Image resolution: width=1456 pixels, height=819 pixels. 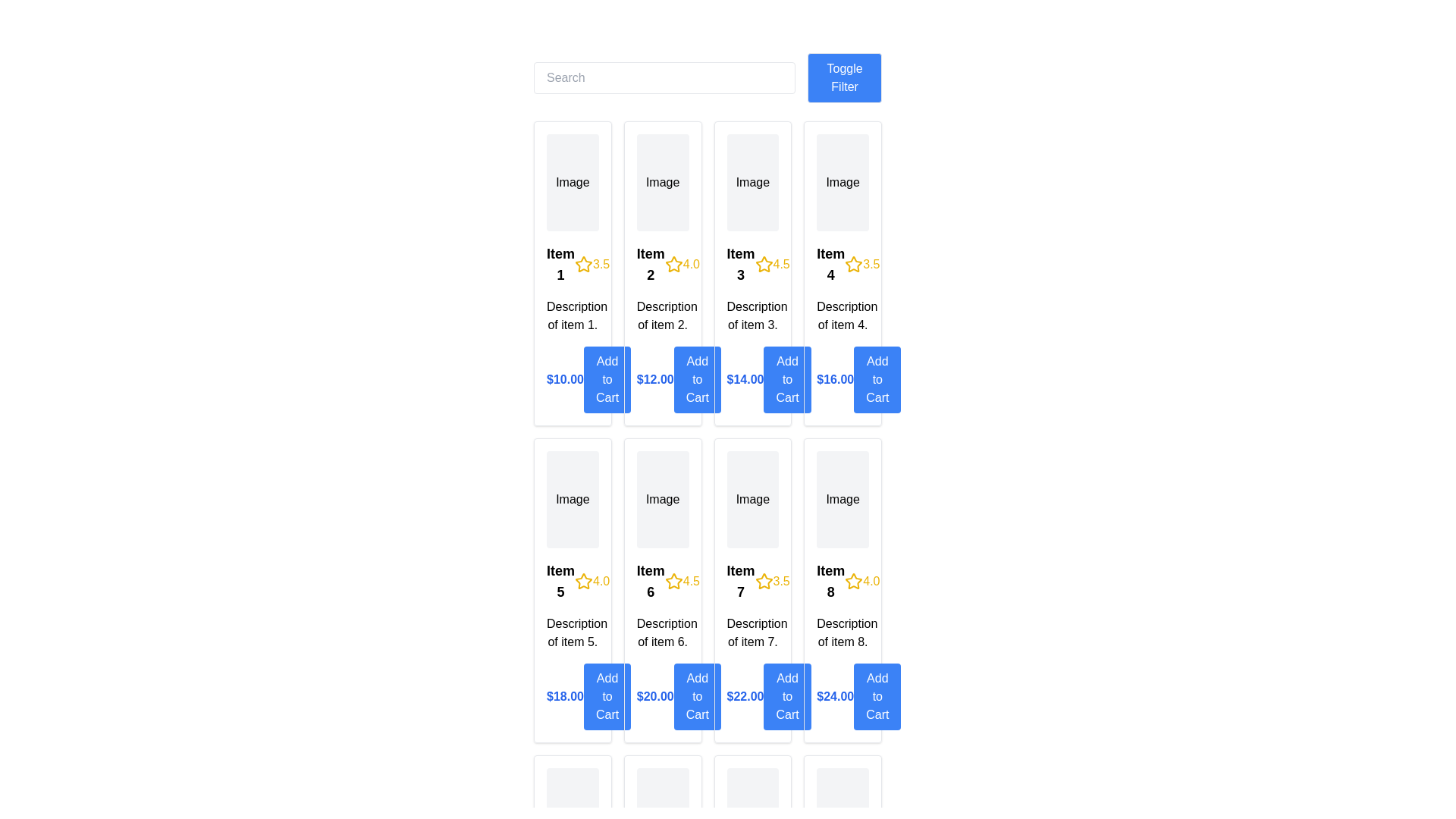 What do you see at coordinates (583, 263) in the screenshot?
I see `the leftmost star icon with a yellow outline next to the text '3.5' in the rating component for 'Item 1'` at bounding box center [583, 263].